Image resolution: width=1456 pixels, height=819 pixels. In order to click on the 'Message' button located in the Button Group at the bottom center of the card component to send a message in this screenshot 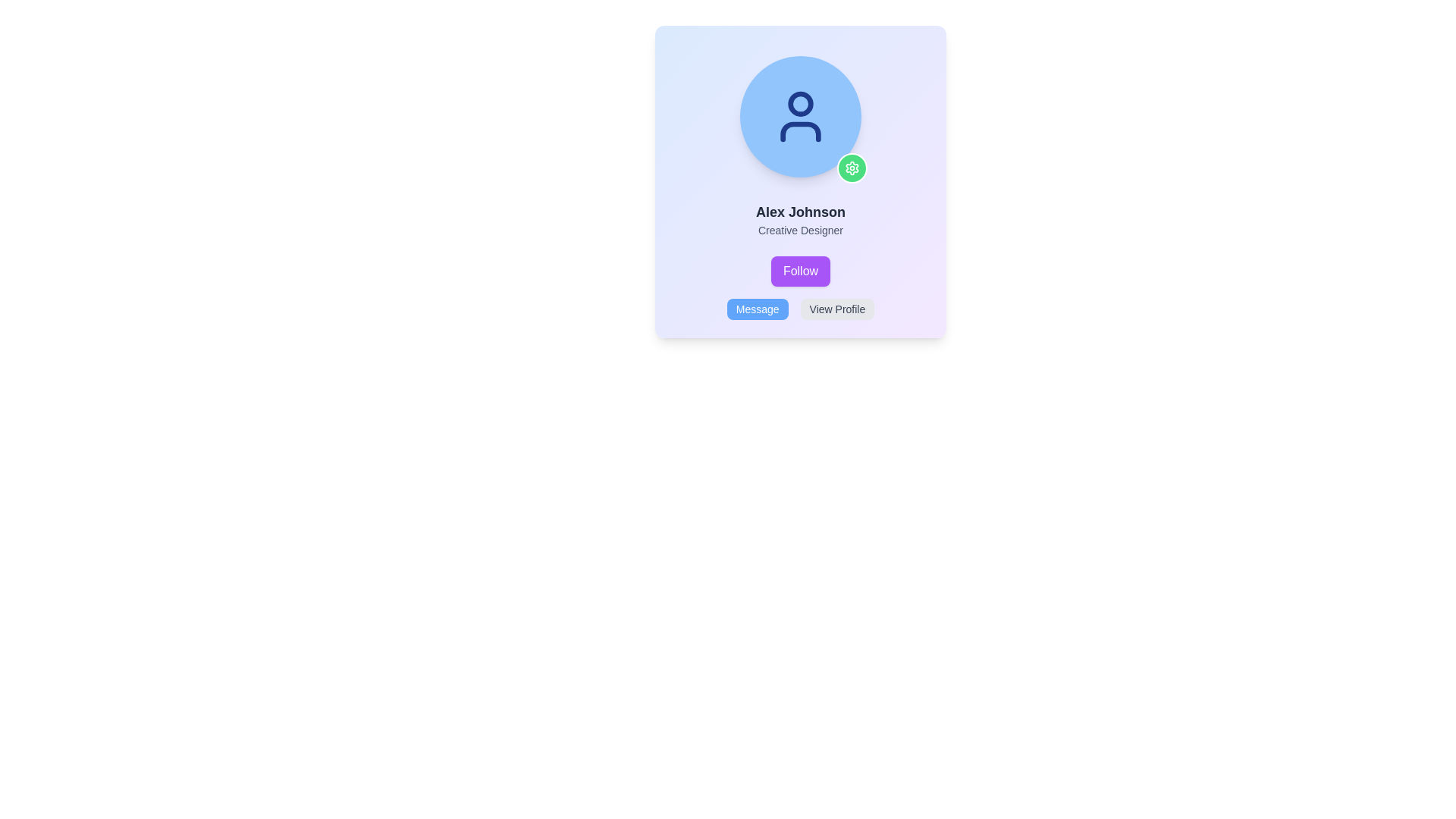, I will do `click(800, 309)`.